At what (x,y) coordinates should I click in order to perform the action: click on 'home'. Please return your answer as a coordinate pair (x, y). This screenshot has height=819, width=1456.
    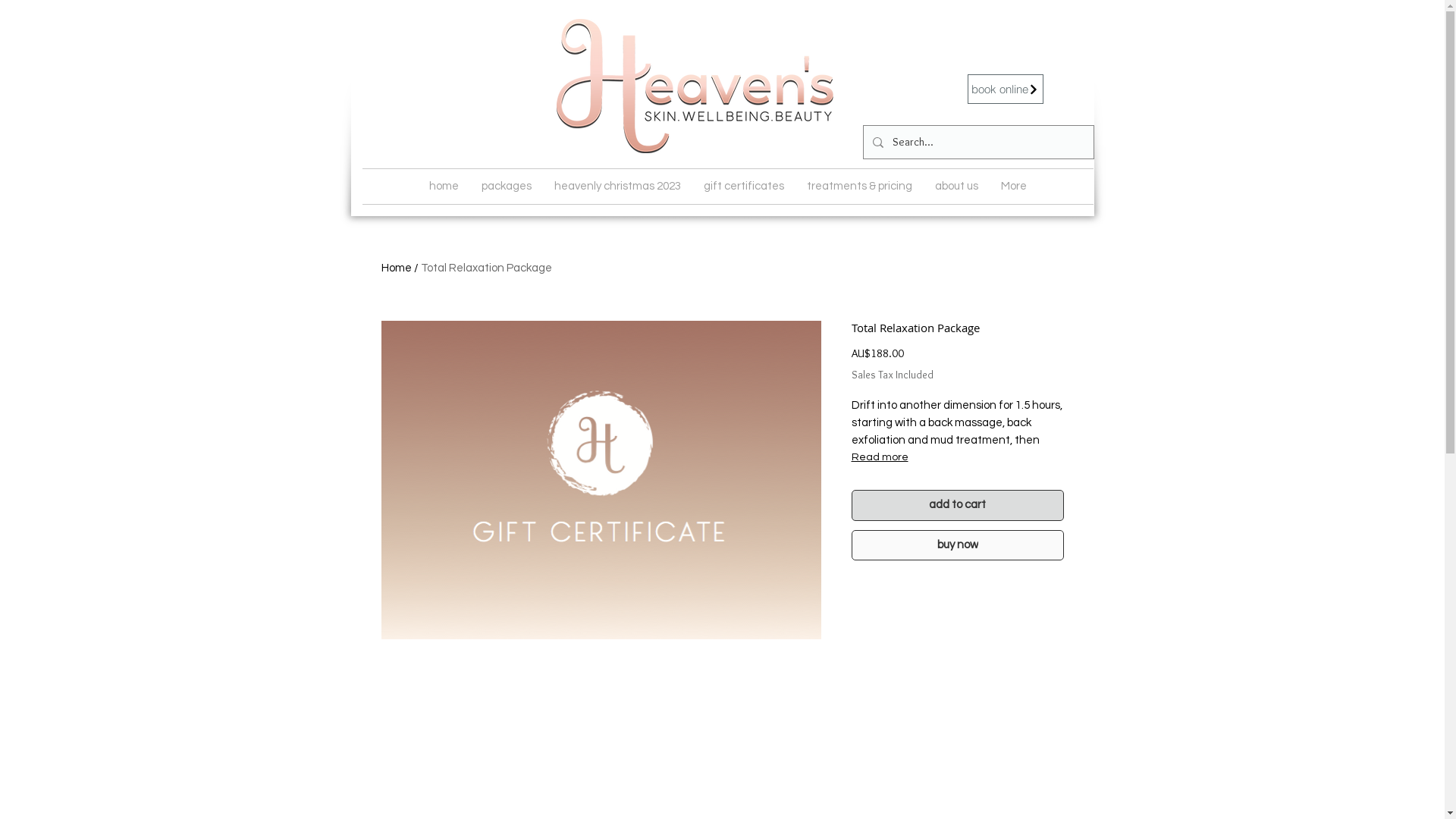
    Looking at the image, I should click on (442, 186).